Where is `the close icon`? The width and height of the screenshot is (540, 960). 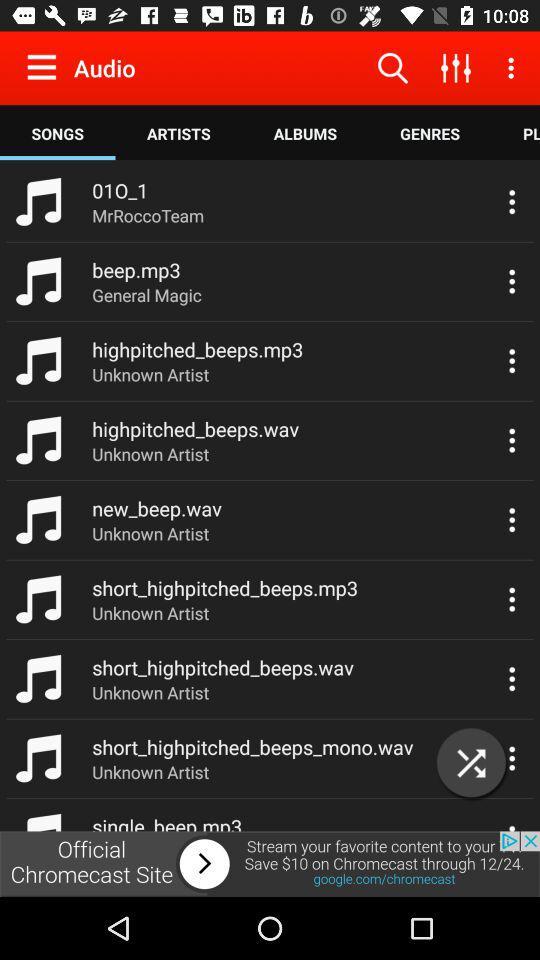 the close icon is located at coordinates (471, 762).